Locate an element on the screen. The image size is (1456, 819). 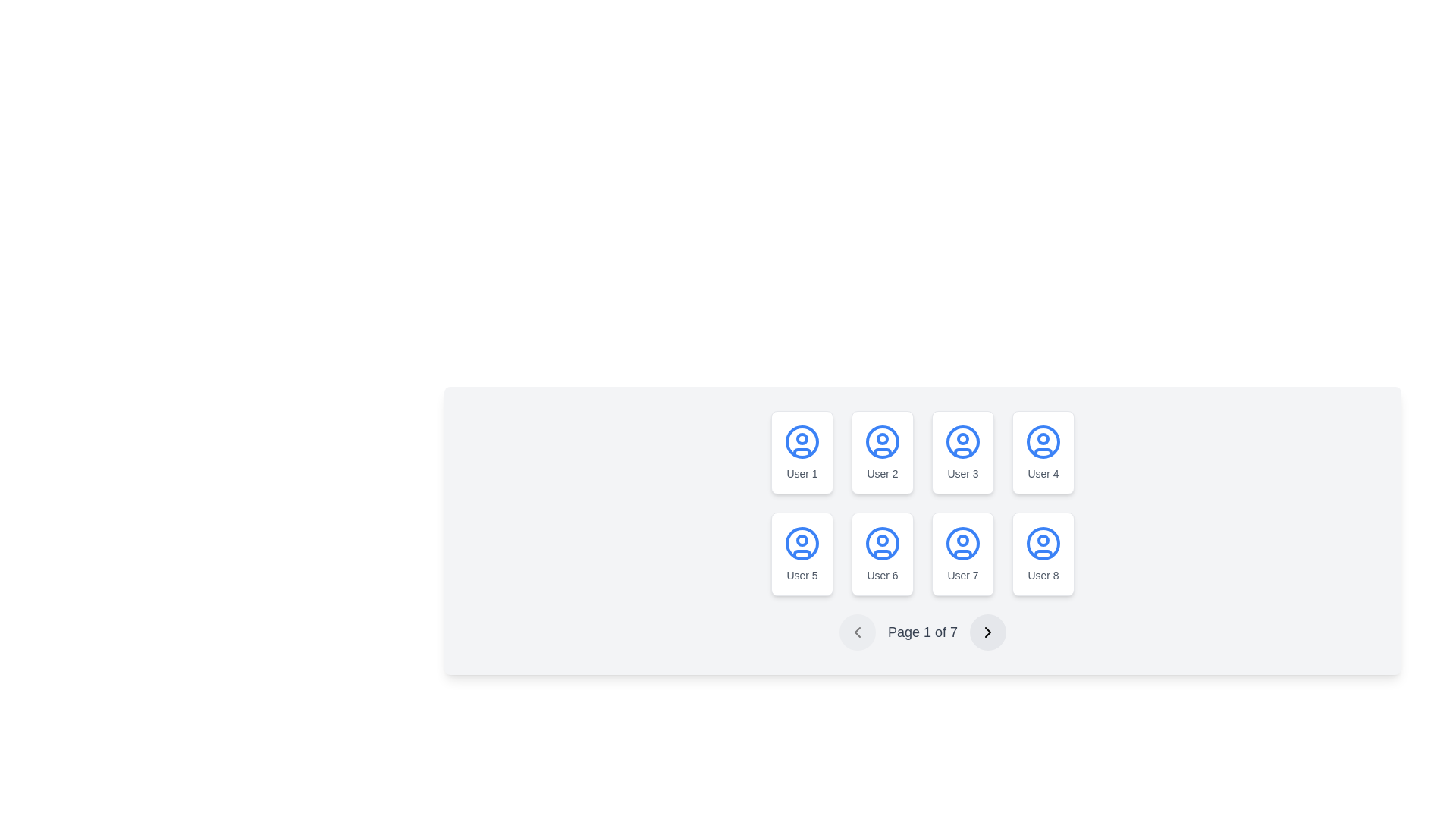
the user profile icon representing 'User 1' located in the top-left corner of the user icon grid is located at coordinates (801, 441).